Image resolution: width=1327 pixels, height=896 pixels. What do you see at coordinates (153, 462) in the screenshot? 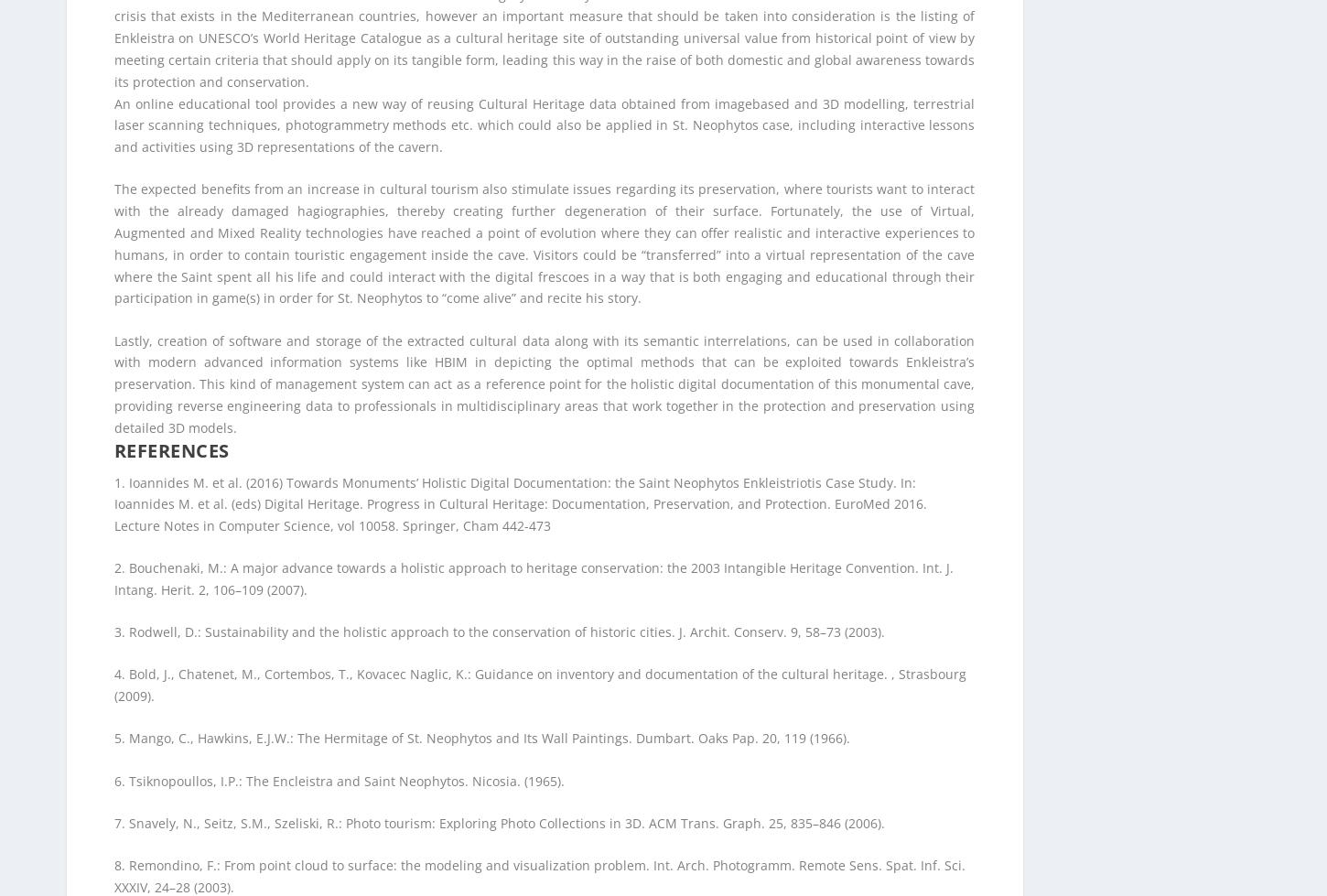
I see `'Author'` at bounding box center [153, 462].